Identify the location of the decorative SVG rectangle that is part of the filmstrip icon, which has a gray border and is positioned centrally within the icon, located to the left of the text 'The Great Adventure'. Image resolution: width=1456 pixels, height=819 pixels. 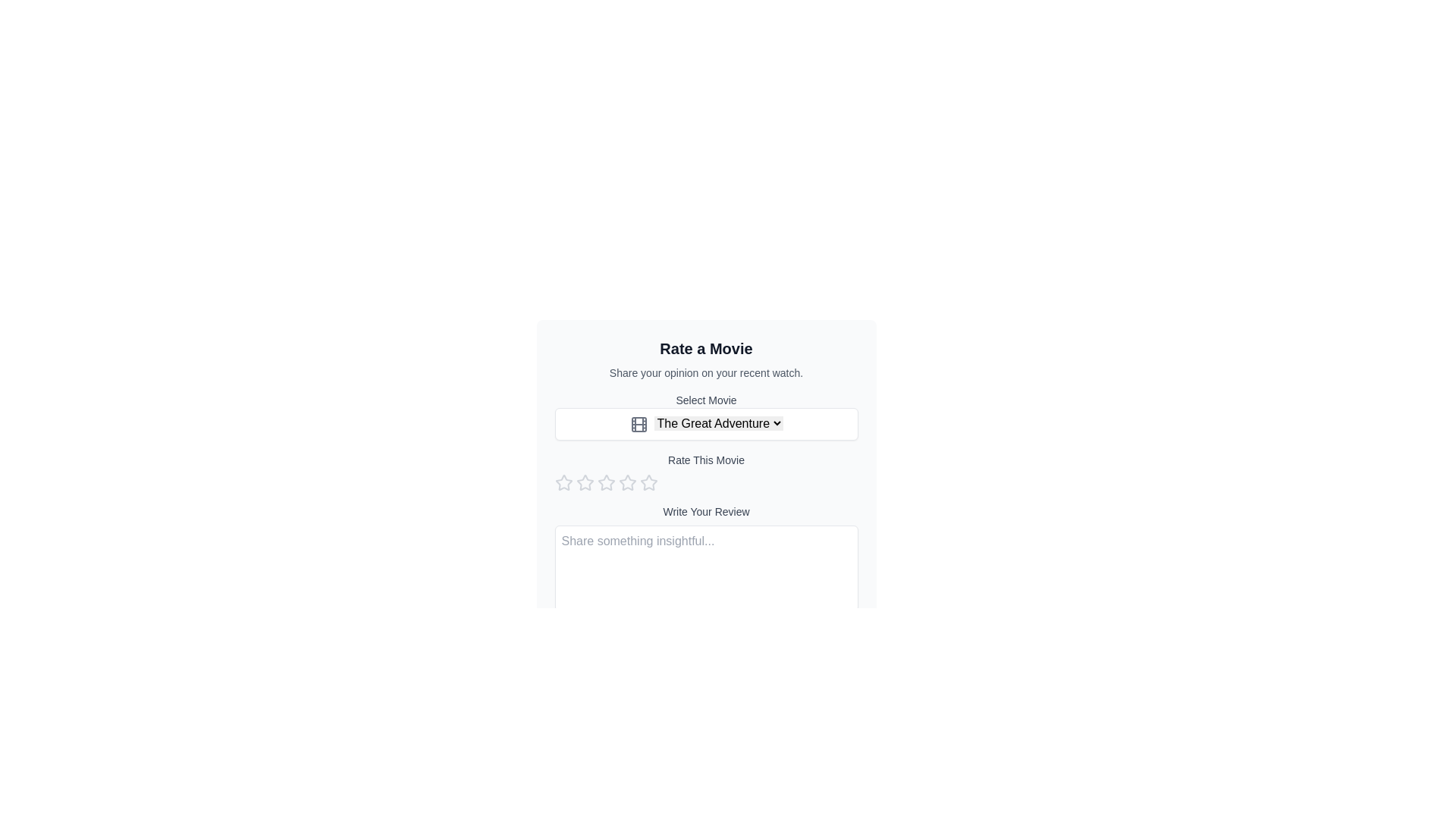
(639, 424).